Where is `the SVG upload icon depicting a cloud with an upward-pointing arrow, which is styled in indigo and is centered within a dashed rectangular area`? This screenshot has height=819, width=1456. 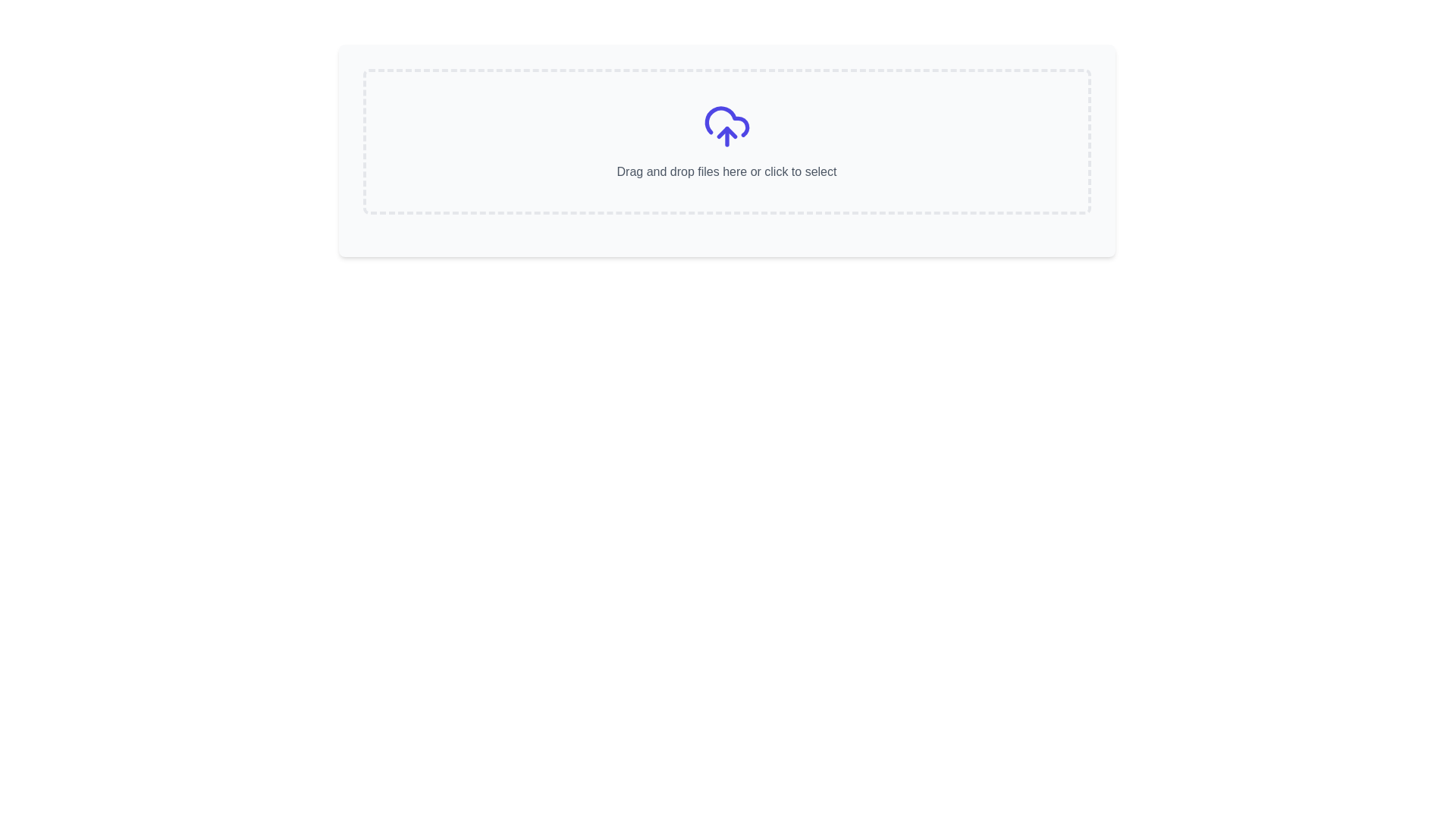
the SVG upload icon depicting a cloud with an upward-pointing arrow, which is styled in indigo and is centered within a dashed rectangular area is located at coordinates (726, 125).